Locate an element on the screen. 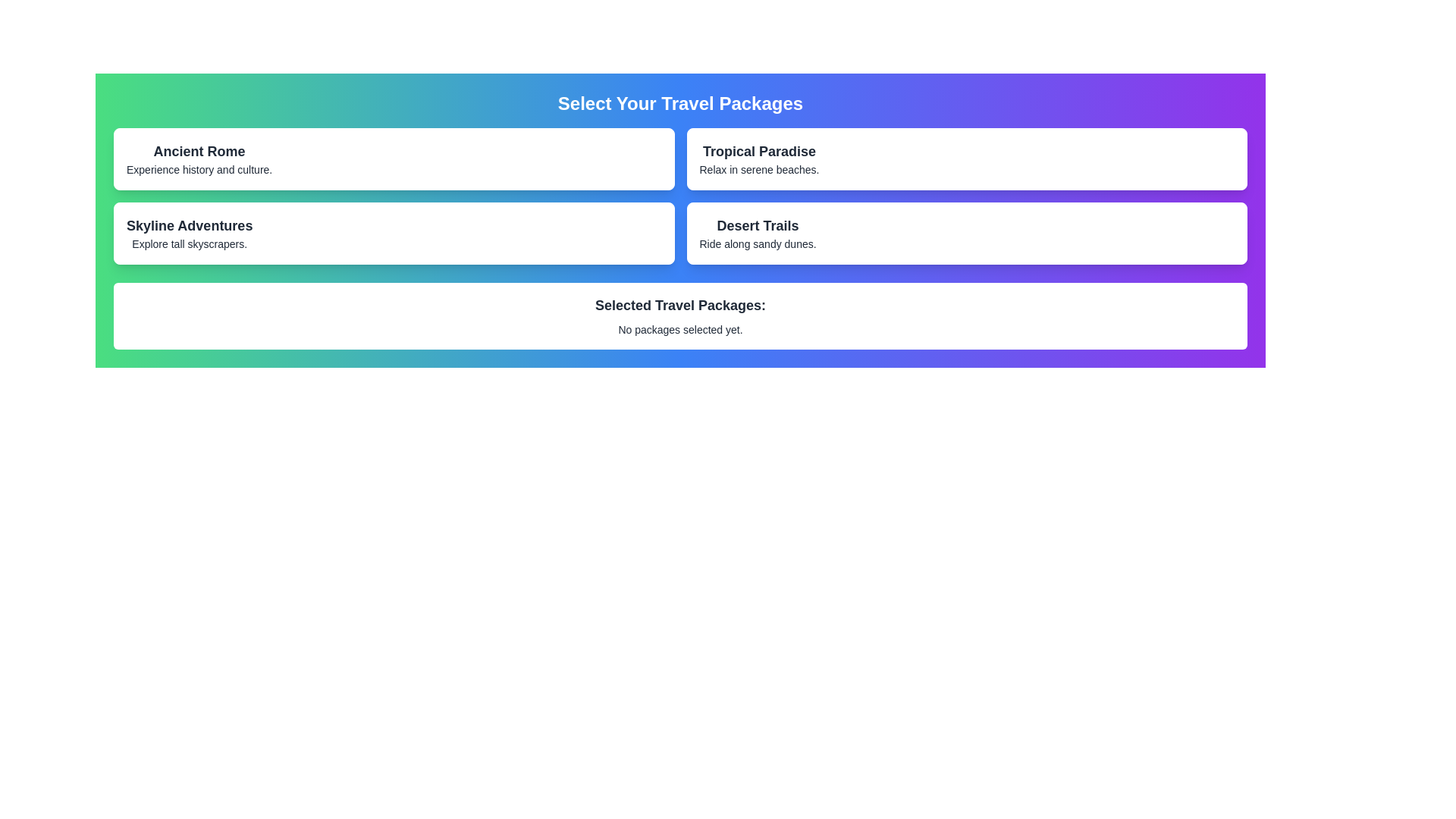 This screenshot has height=819, width=1456. the static text label that reads 'Relax in serene beaches.', positioned below 'Tropical Paradise.' is located at coordinates (759, 169).